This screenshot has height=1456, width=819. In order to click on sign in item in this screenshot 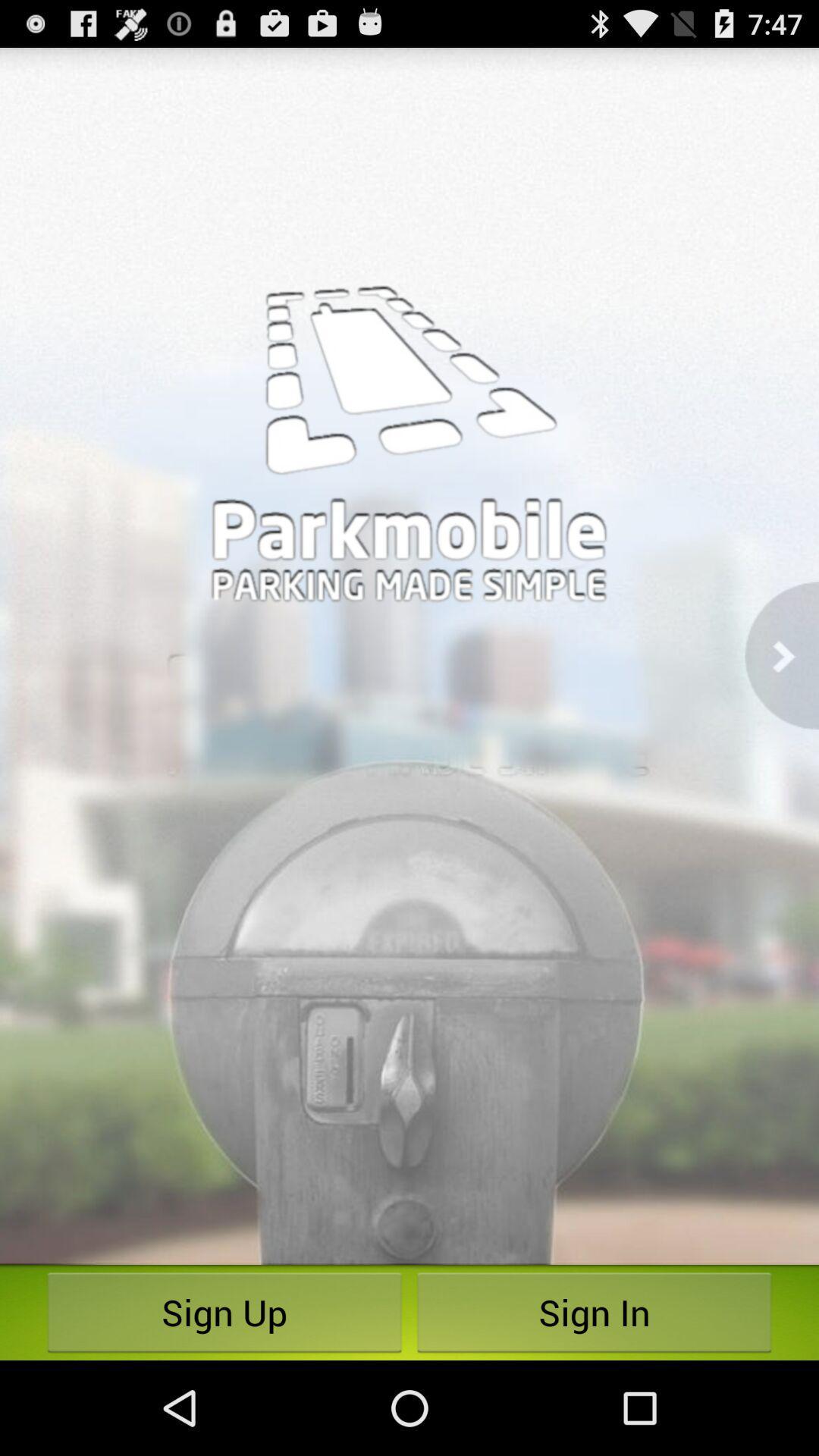, I will do `click(593, 1312)`.